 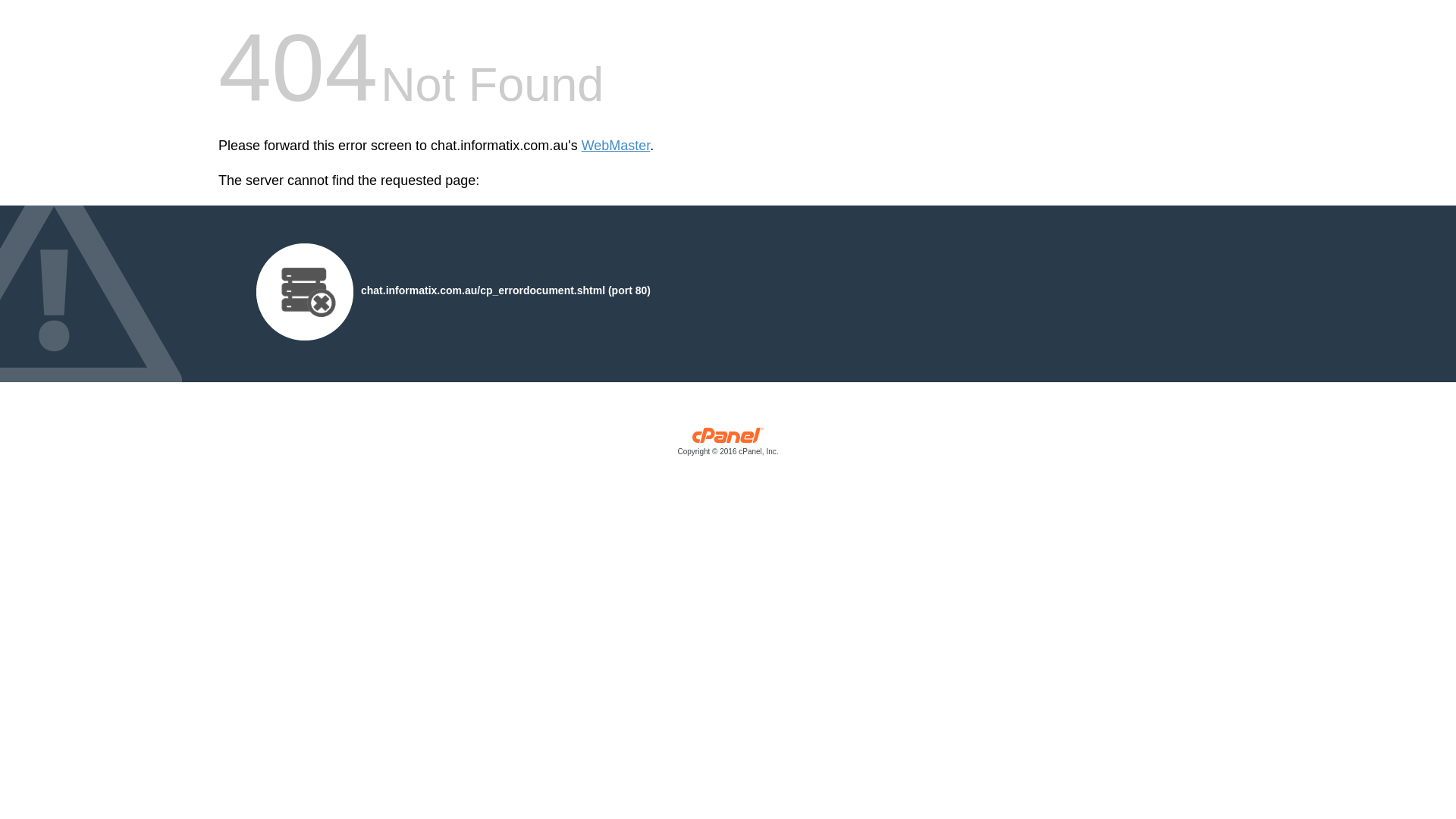 I want to click on 'WebMaster', so click(x=616, y=146).